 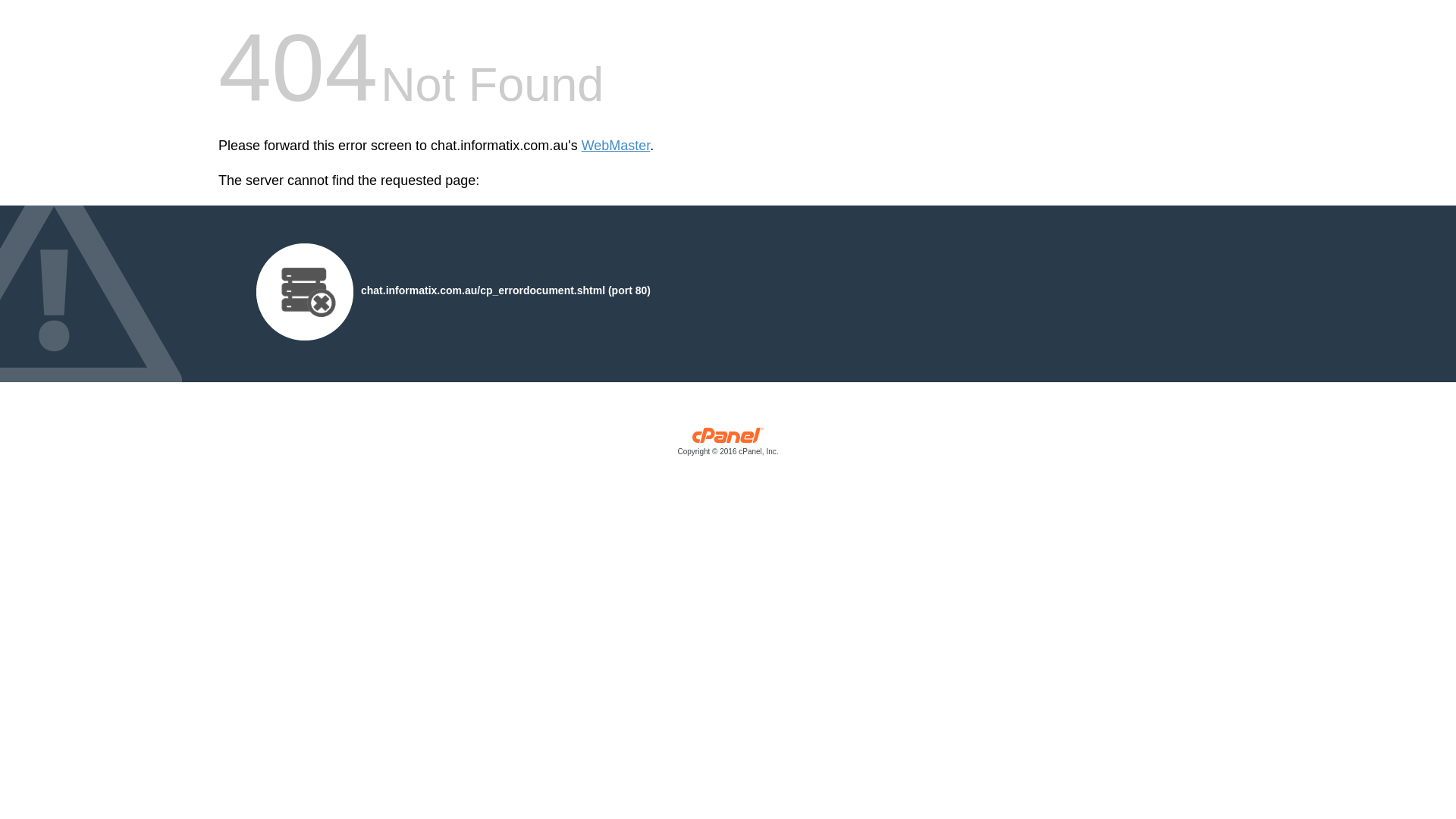 I want to click on 'WebMaster', so click(x=616, y=146).